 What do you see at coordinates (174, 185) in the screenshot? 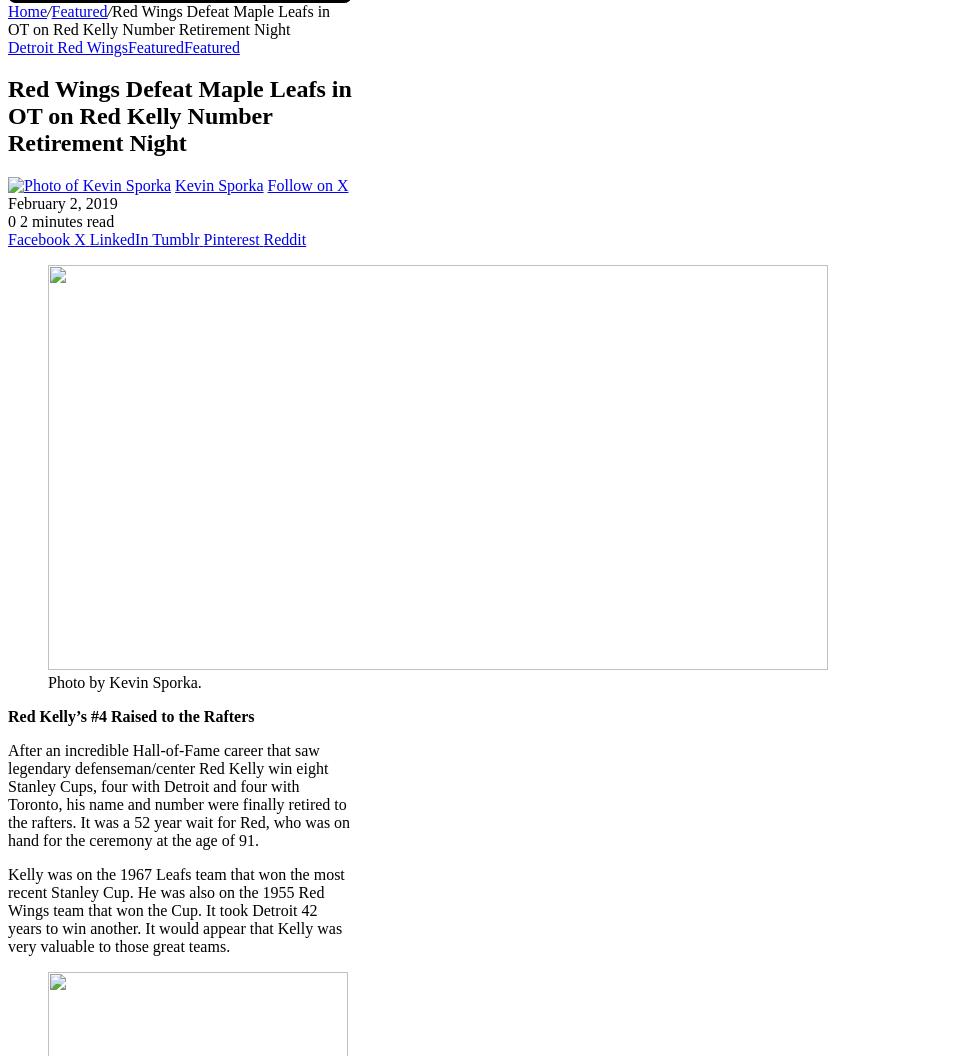
I see `'Kevin Sporka'` at bounding box center [174, 185].